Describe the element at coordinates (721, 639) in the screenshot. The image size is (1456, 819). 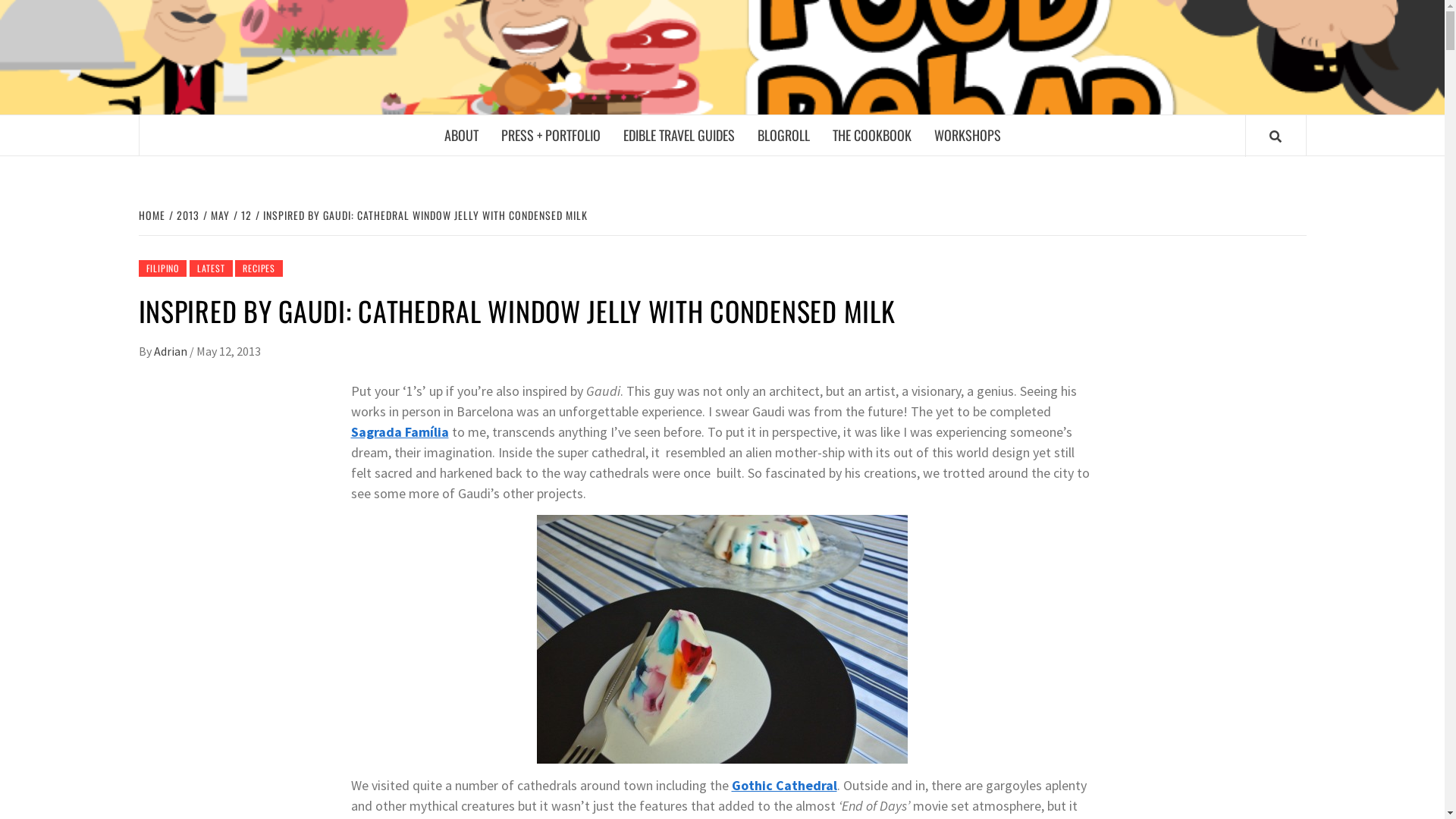
I see `'cathedral window jelly recipe'` at that location.